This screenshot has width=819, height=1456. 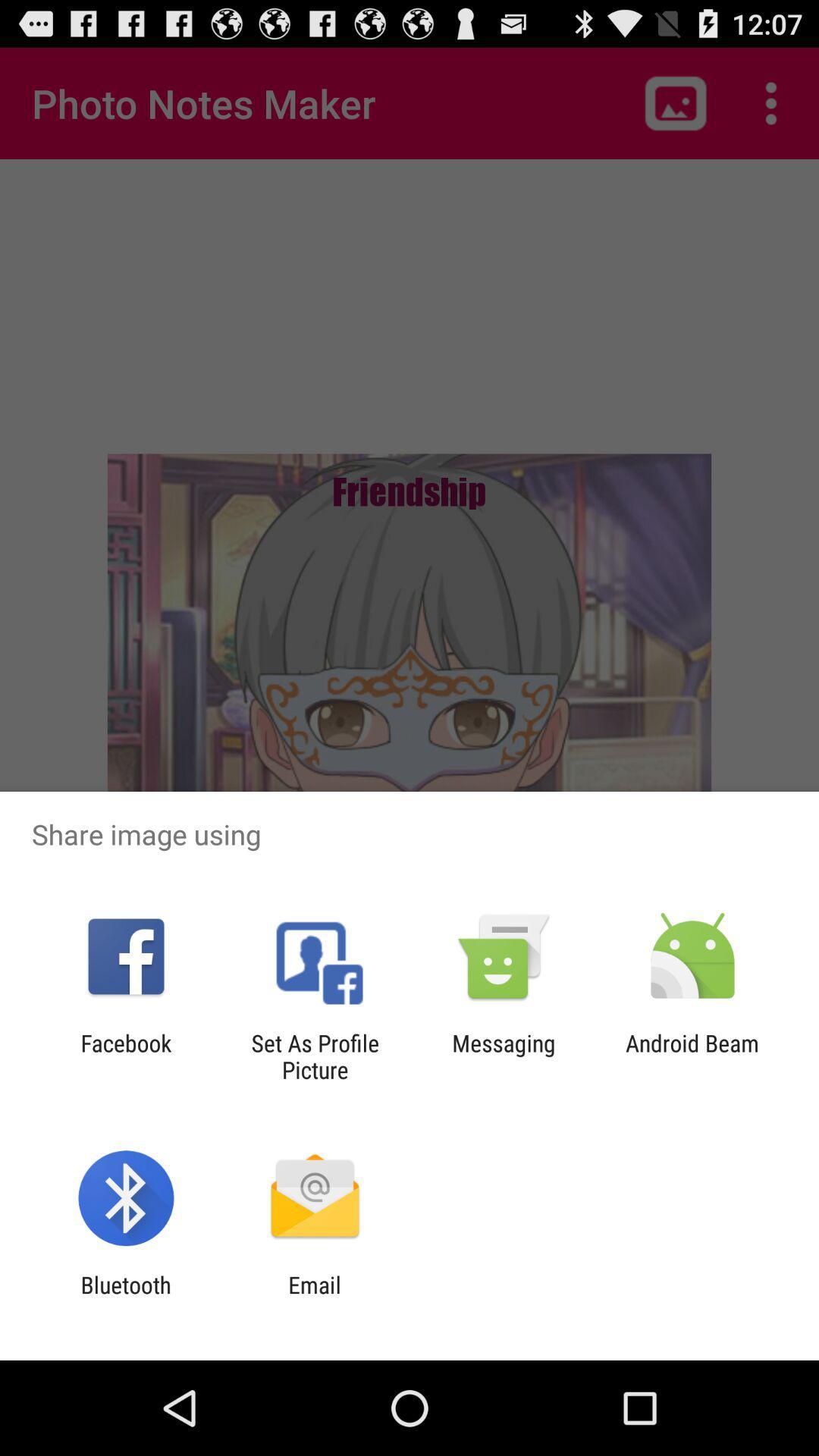 What do you see at coordinates (504, 1056) in the screenshot?
I see `the icon next to set as profile` at bounding box center [504, 1056].